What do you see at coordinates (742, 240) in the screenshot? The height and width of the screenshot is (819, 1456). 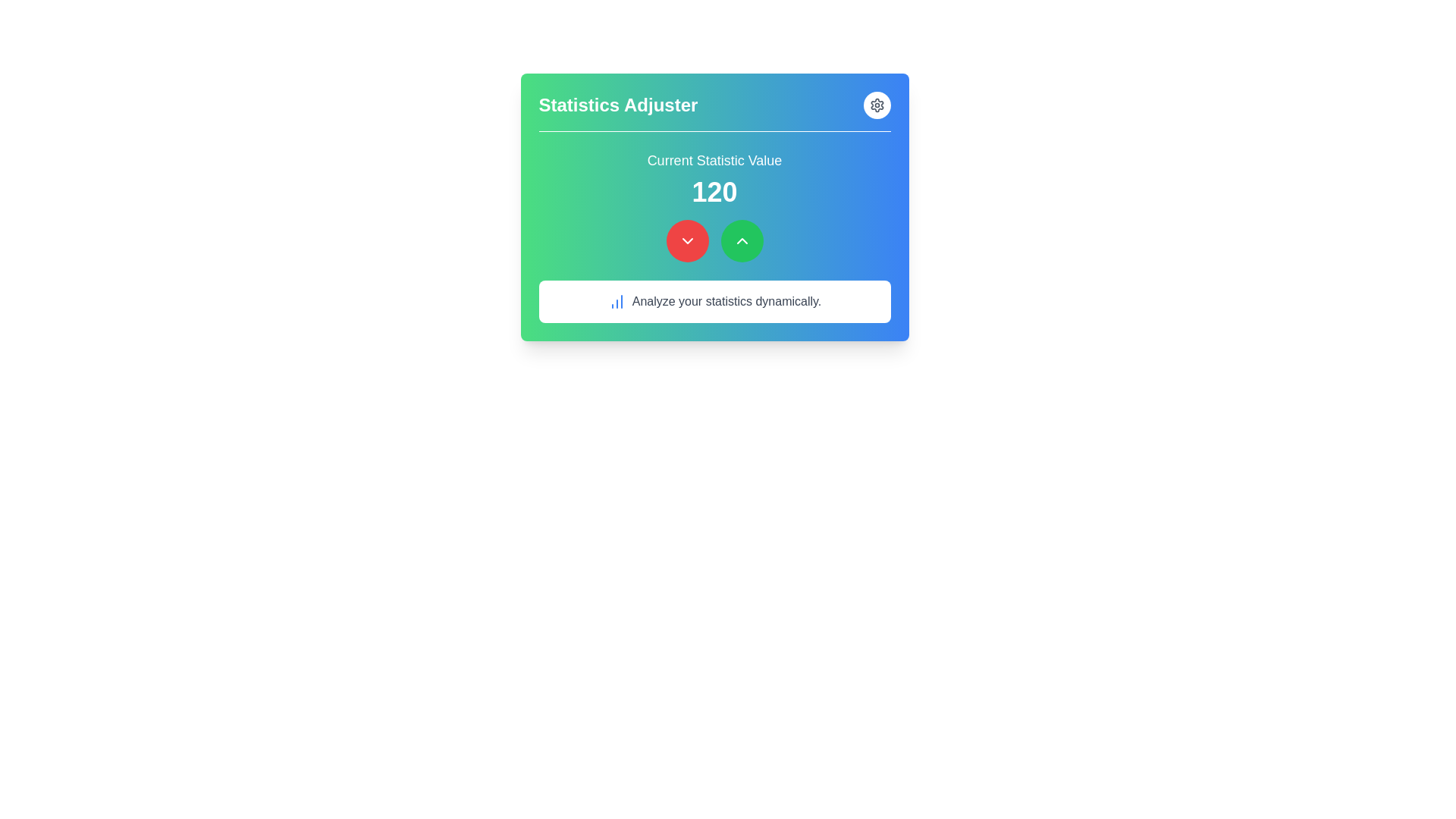 I see `the increment button, which is a green circular button located below the 'Current Statistic Value' label, to increase the displayed statistic value` at bounding box center [742, 240].